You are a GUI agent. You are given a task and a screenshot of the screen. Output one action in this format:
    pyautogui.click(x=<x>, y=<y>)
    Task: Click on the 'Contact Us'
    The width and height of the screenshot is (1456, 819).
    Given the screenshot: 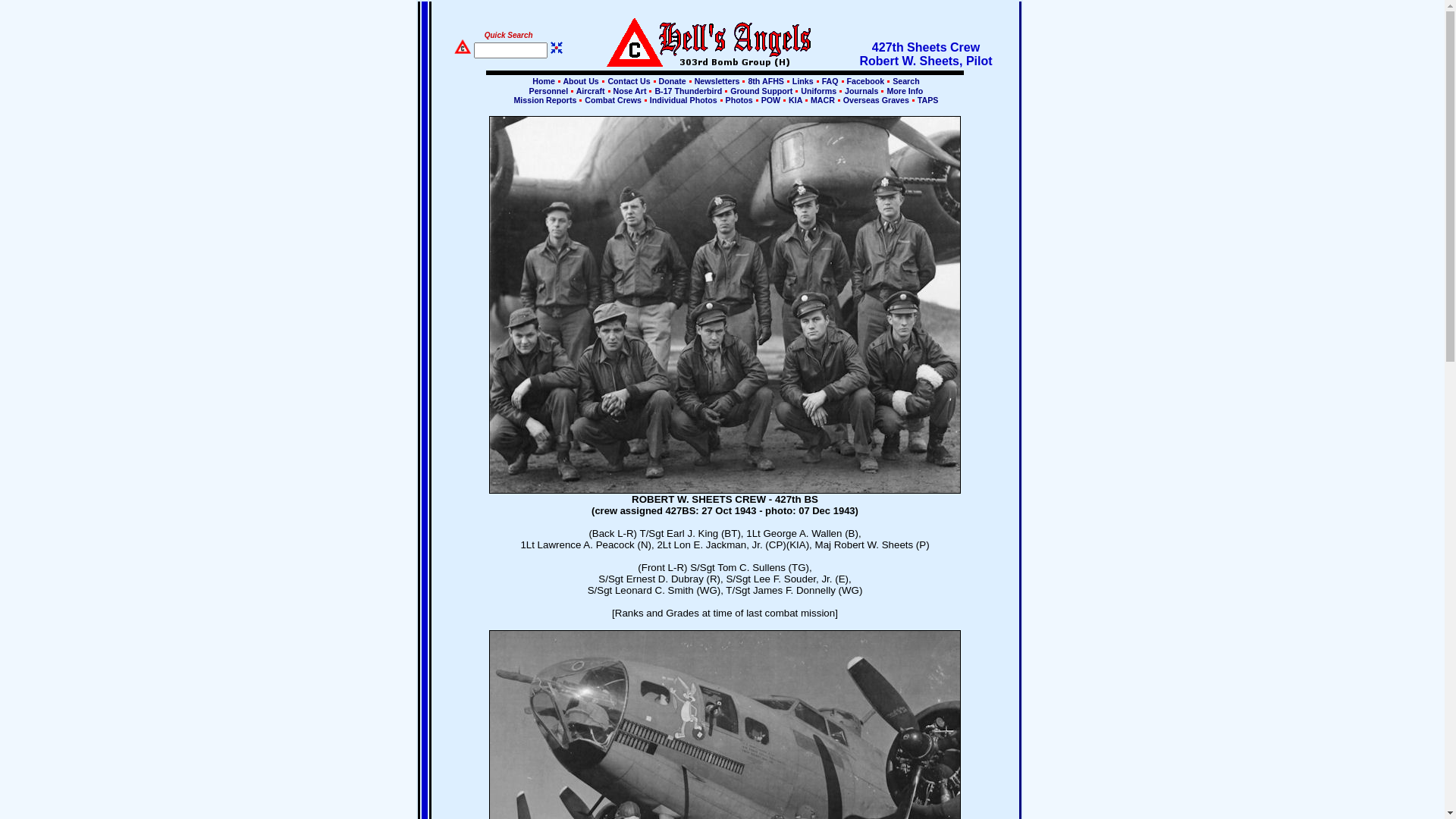 What is the action you would take?
    pyautogui.click(x=629, y=81)
    